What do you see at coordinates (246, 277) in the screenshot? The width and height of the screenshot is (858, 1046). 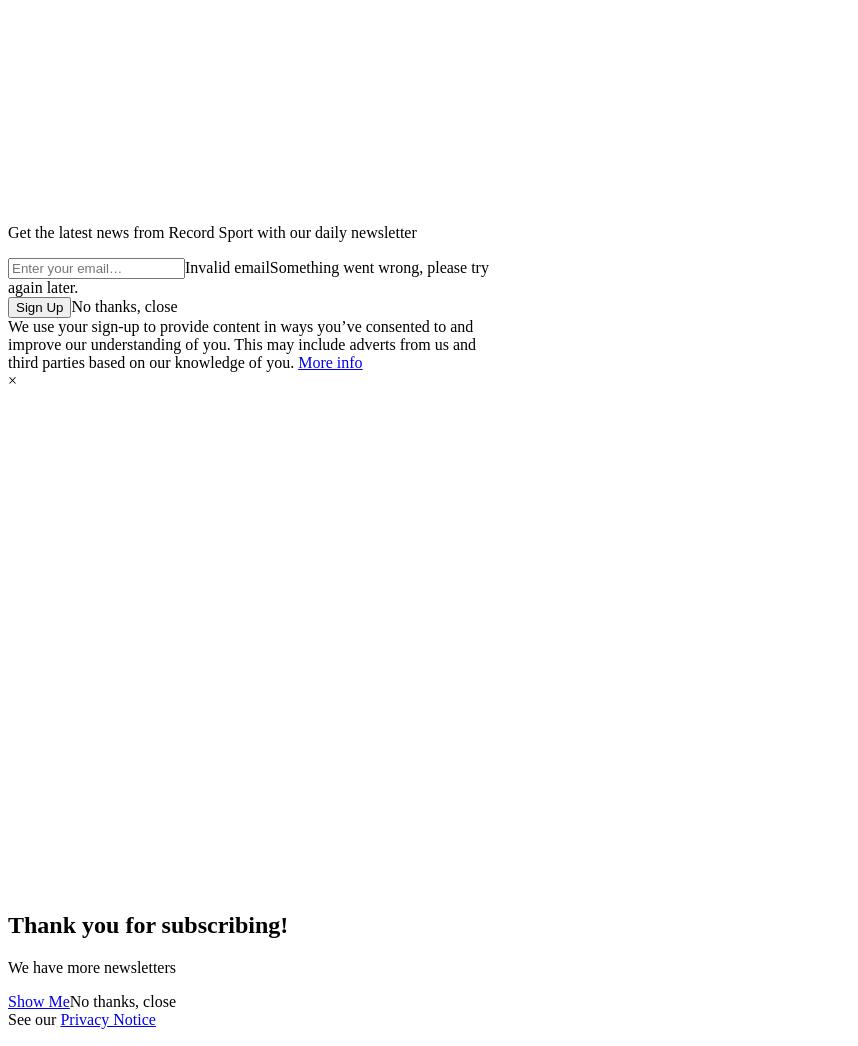 I see `'Something went wrong, please try again later.'` at bounding box center [246, 277].